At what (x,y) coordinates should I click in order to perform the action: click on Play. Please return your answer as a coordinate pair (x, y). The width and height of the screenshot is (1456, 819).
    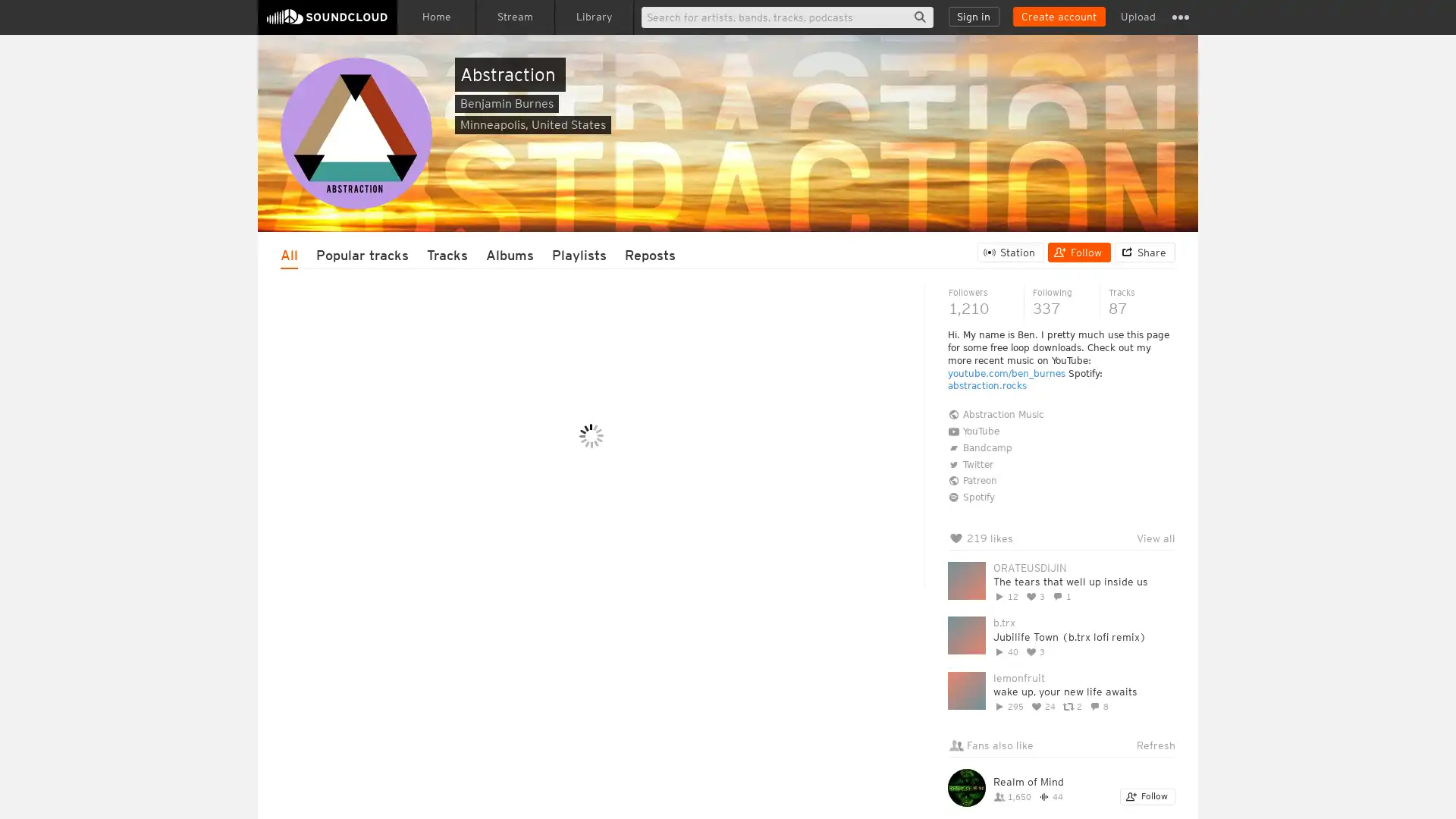
    Looking at the image, I should click on (425, 359).